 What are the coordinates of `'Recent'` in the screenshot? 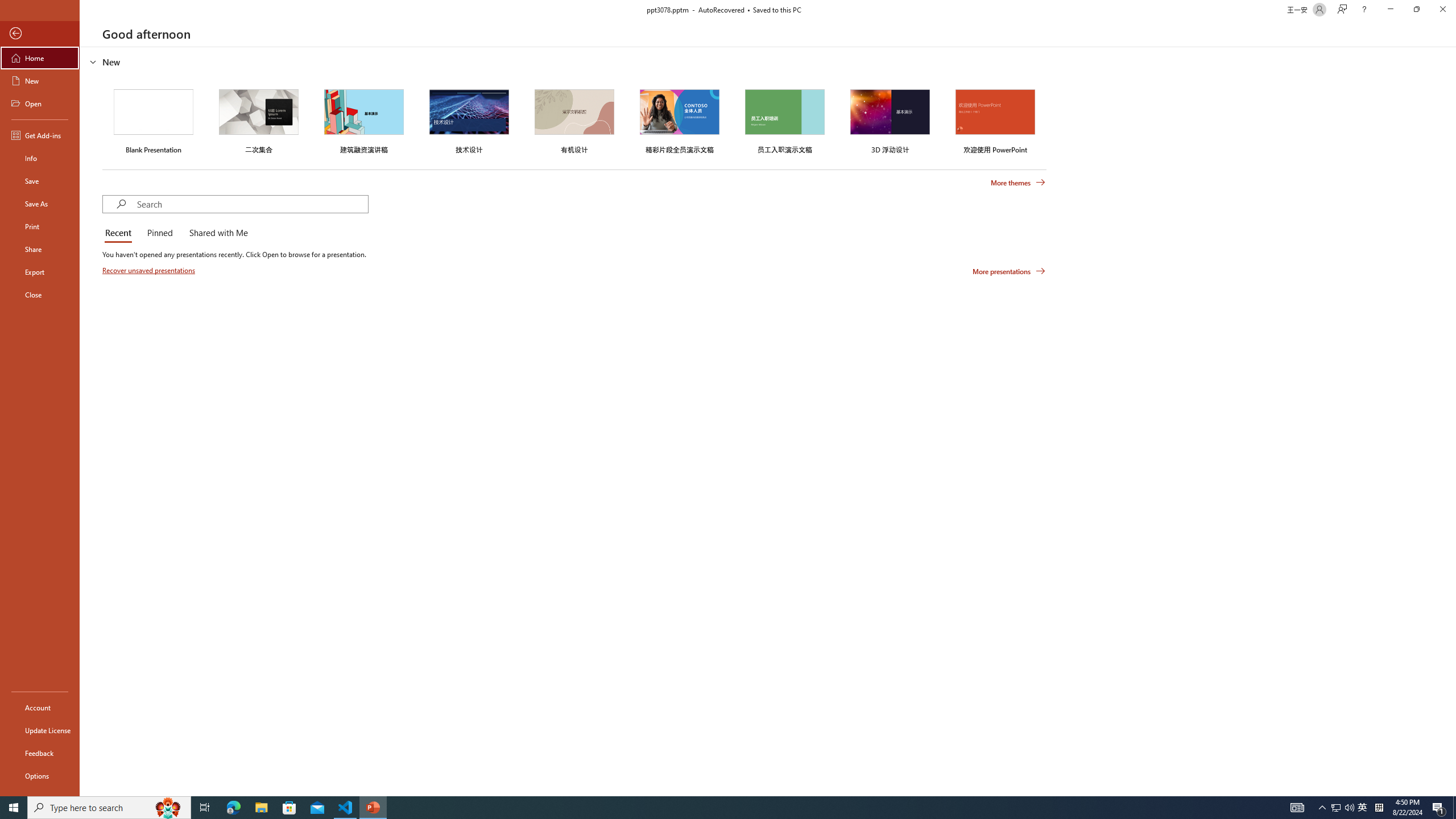 It's located at (120, 233).